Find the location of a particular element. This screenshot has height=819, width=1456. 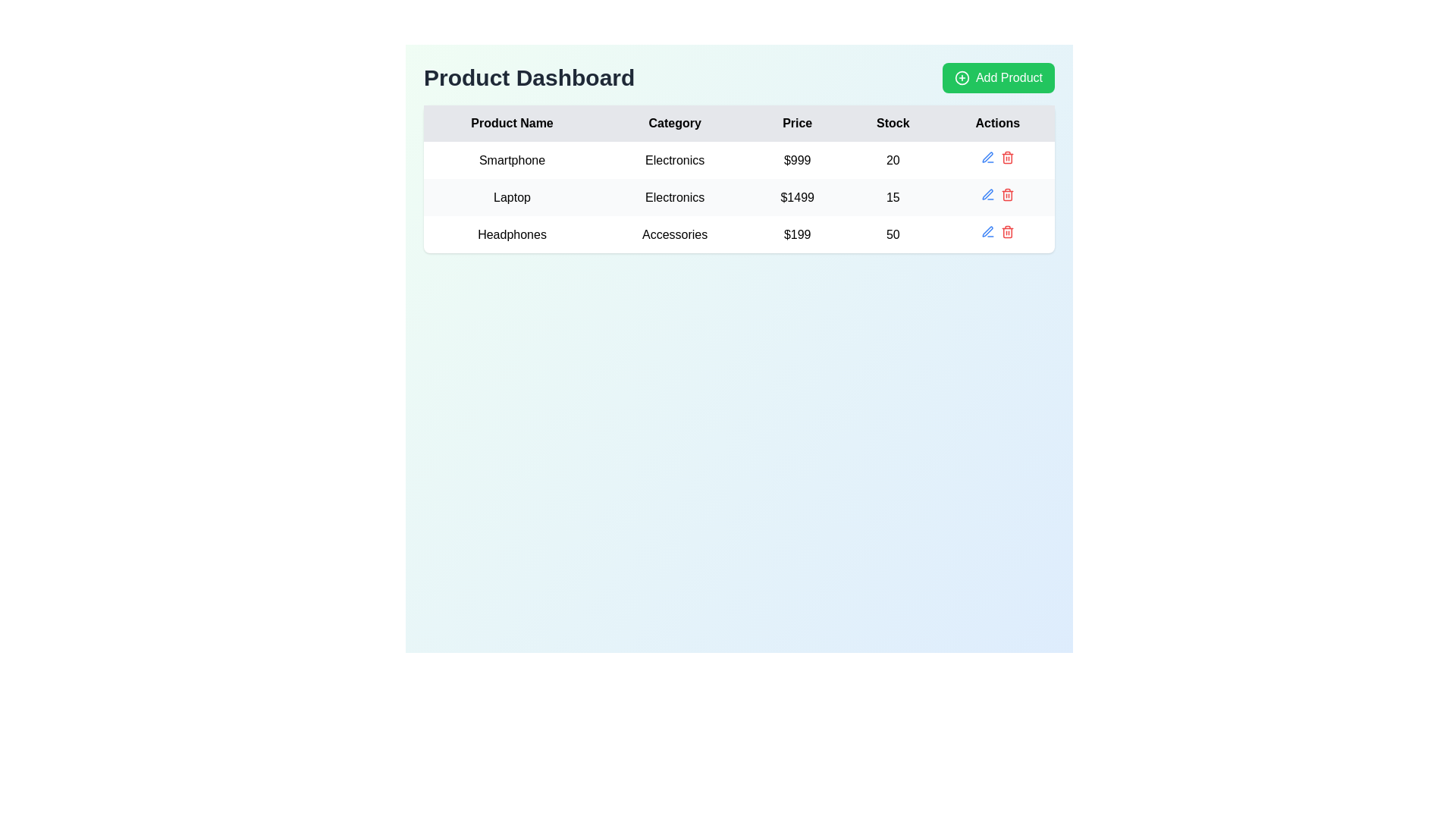

the delete icon in the 'Actions' column of the second row of the table is located at coordinates (1007, 194).